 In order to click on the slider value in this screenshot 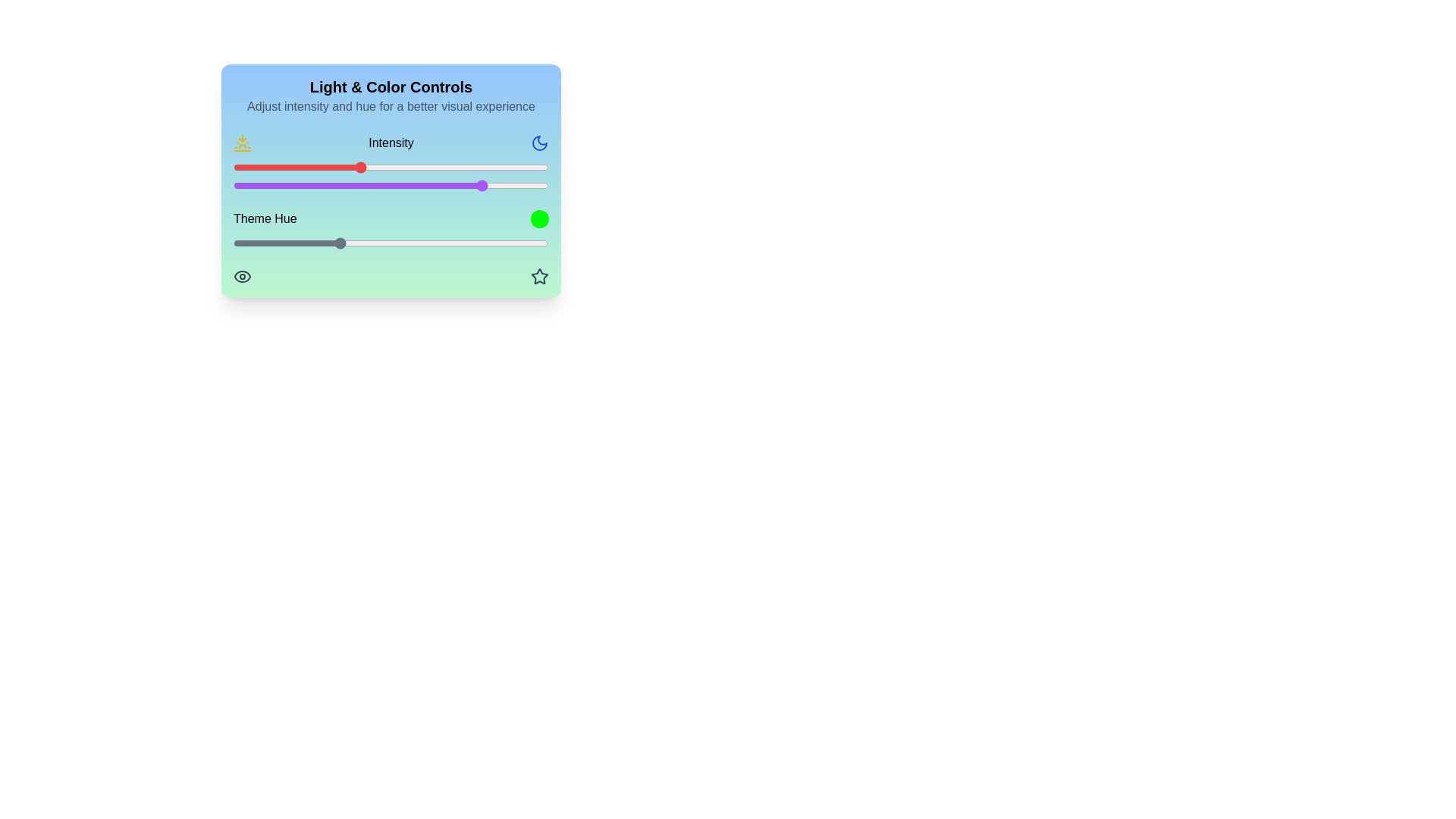, I will do `click(340, 242)`.